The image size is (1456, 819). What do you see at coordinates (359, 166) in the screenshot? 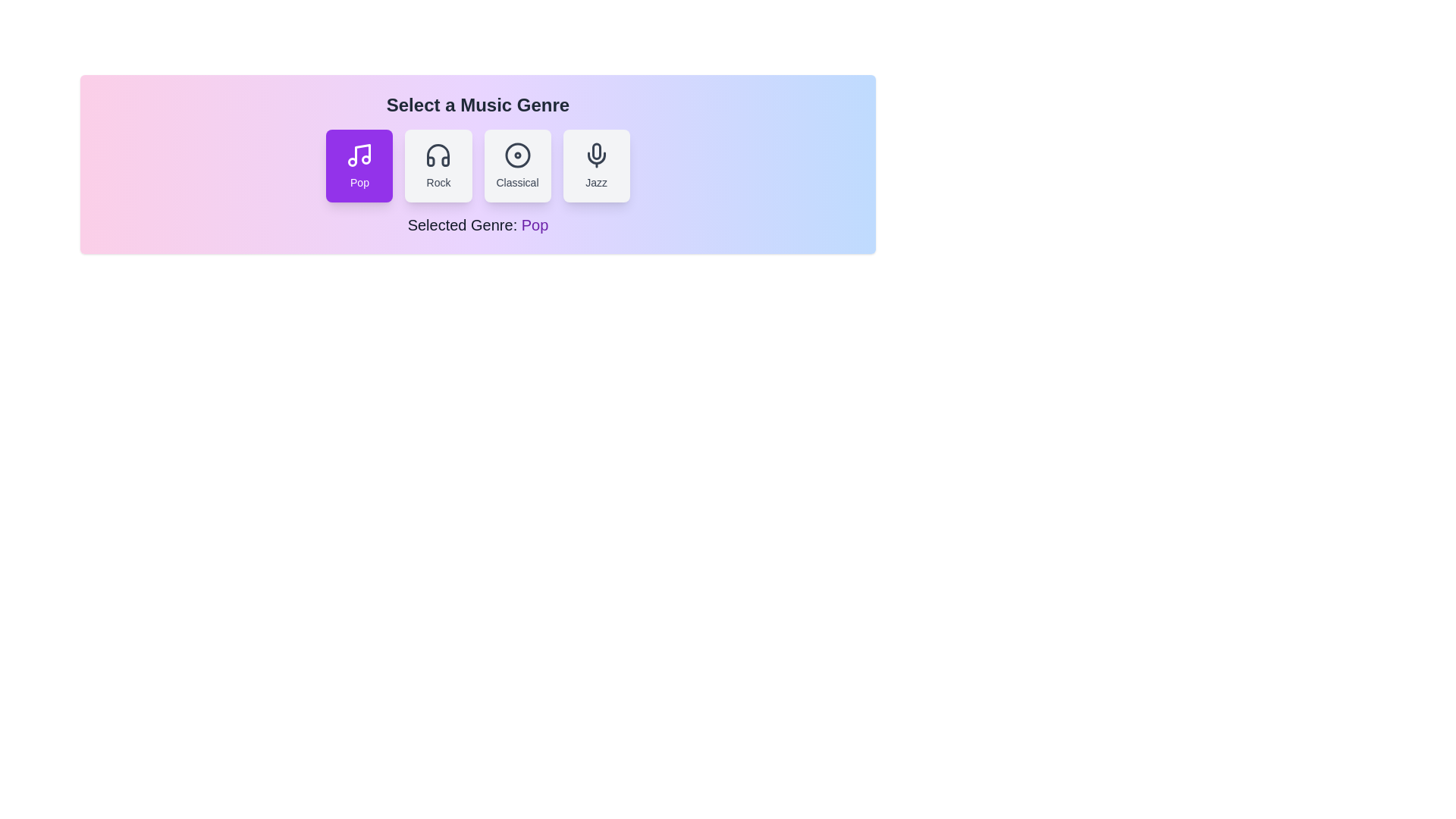
I see `the genre button labeled Pop` at bounding box center [359, 166].